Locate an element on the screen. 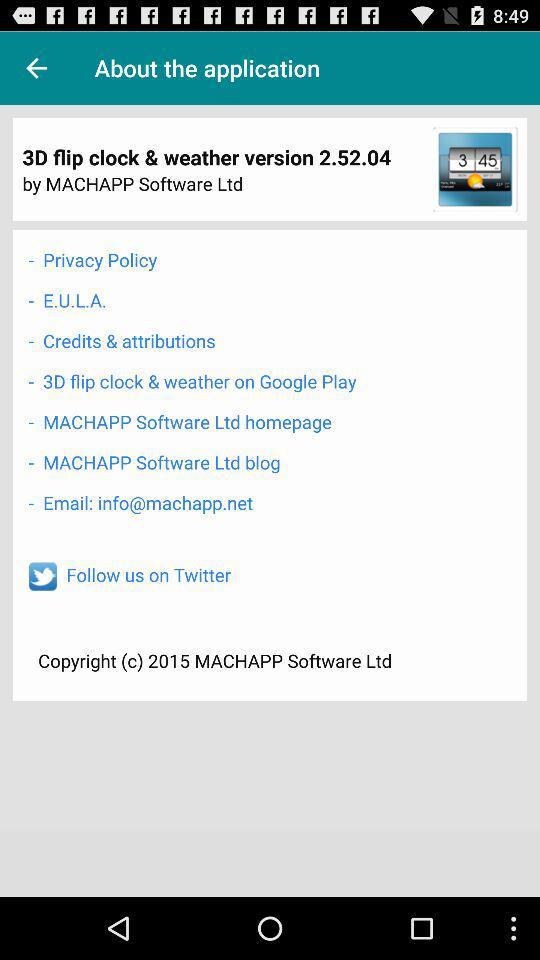  previous is located at coordinates (36, 68).